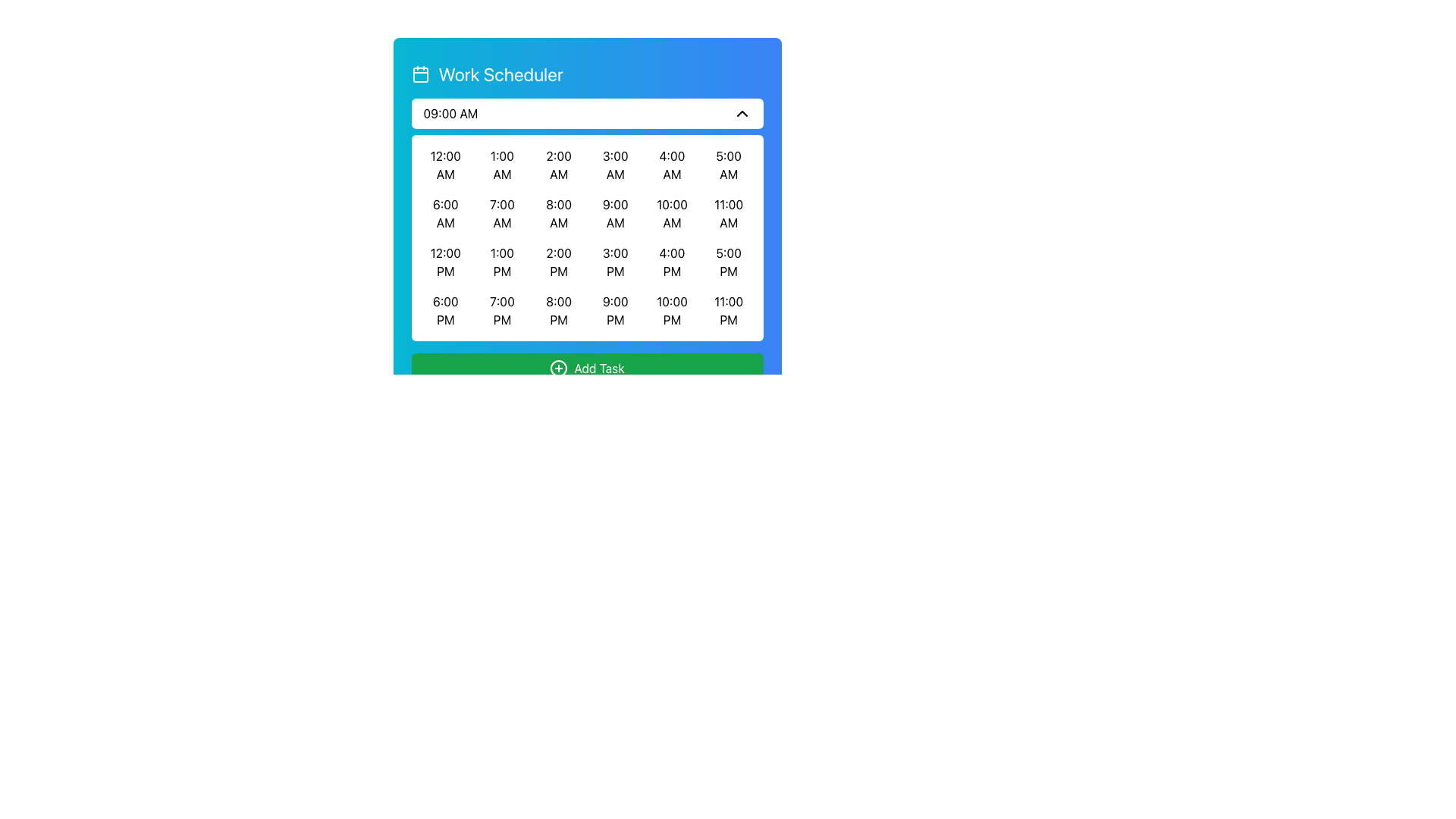 This screenshot has width=1456, height=819. What do you see at coordinates (558, 309) in the screenshot?
I see `the interactive button displaying '8:00 PM' in the Work Scheduler interface` at bounding box center [558, 309].